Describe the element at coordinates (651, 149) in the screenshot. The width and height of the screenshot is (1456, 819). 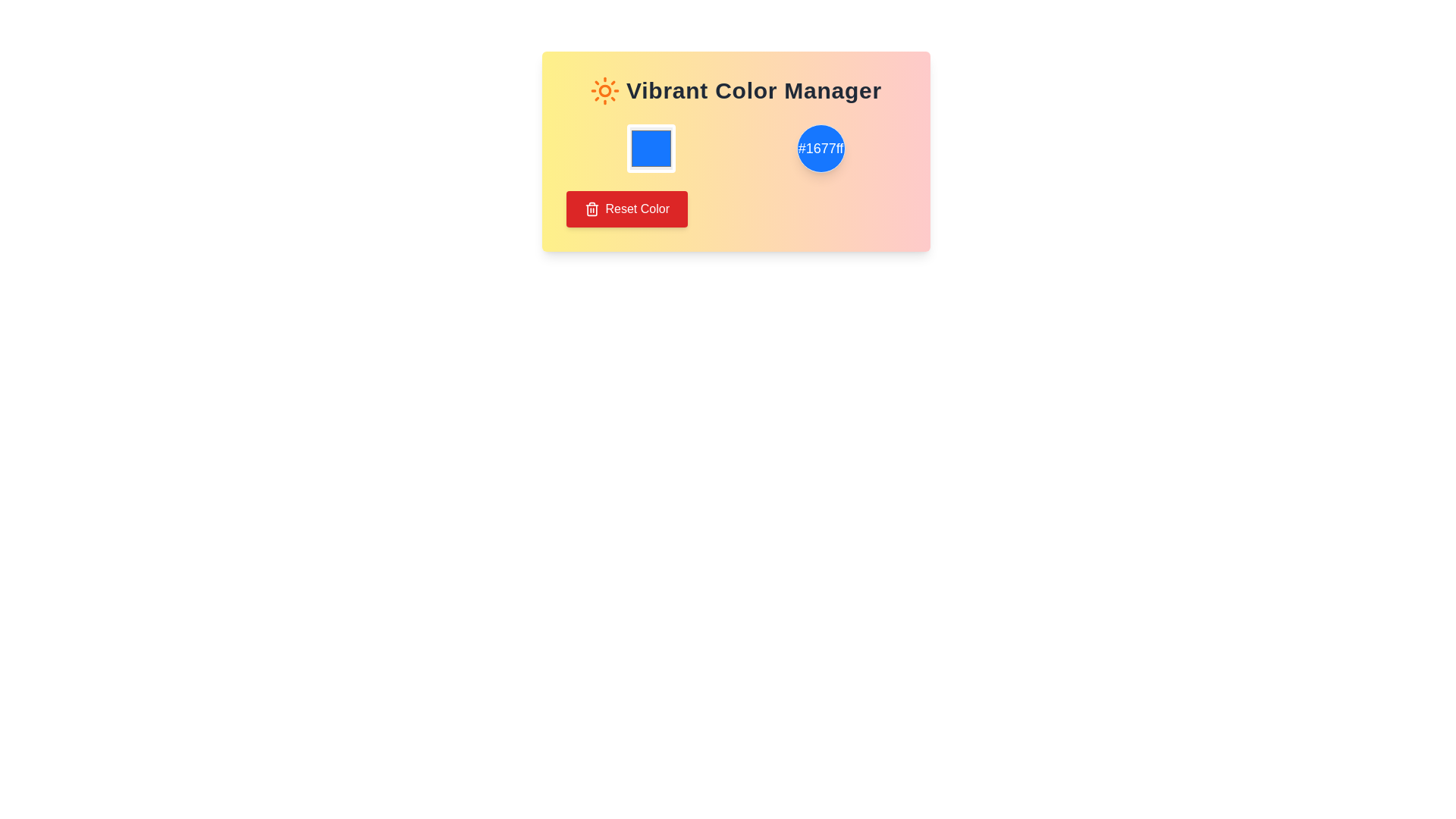
I see `the first square color tile with a blue fill and white border` at that location.